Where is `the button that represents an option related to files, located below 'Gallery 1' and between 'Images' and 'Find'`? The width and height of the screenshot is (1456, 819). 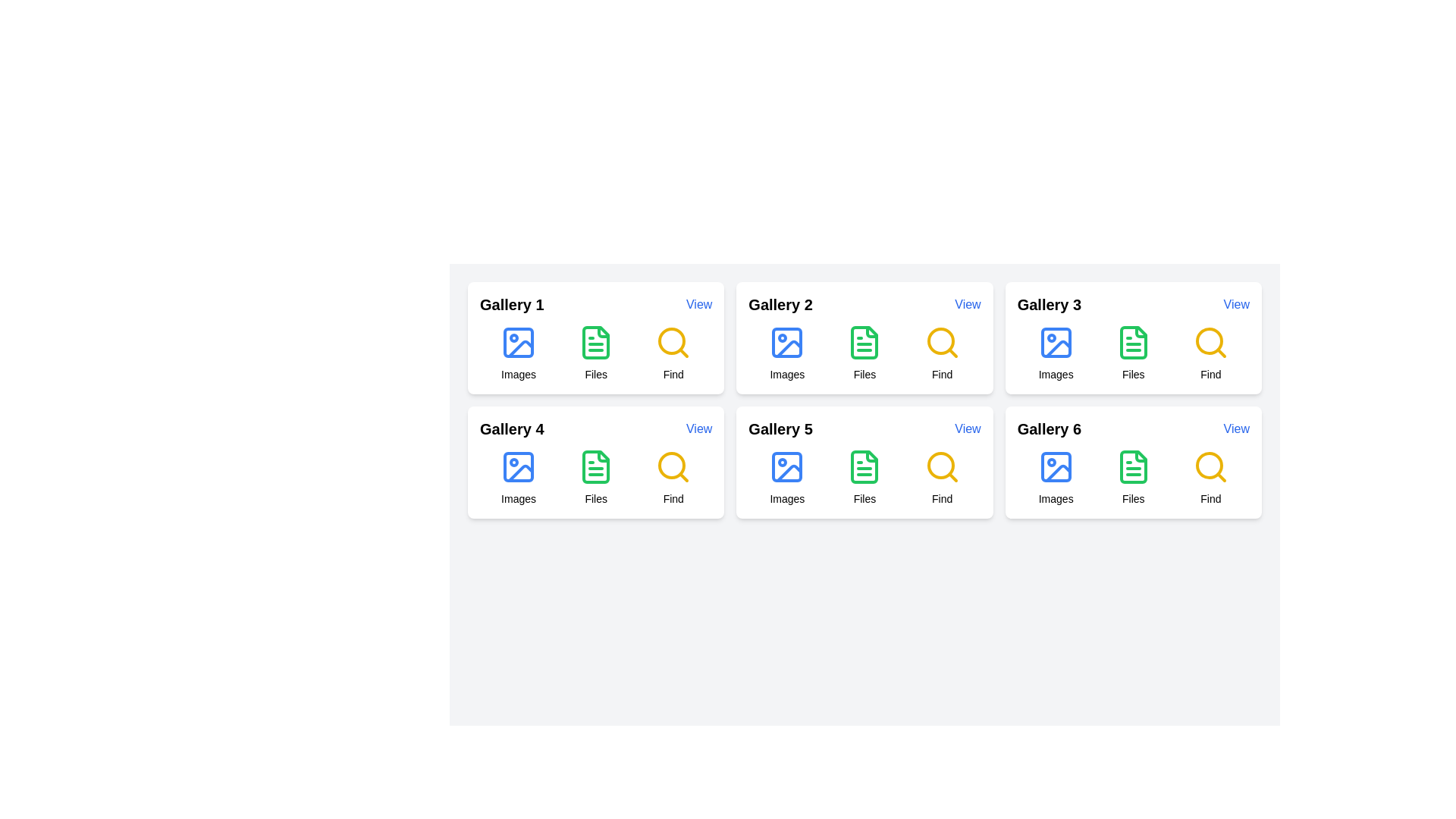
the button that represents an option related to files, located below 'Gallery 1' and between 'Images' and 'Find' is located at coordinates (595, 353).